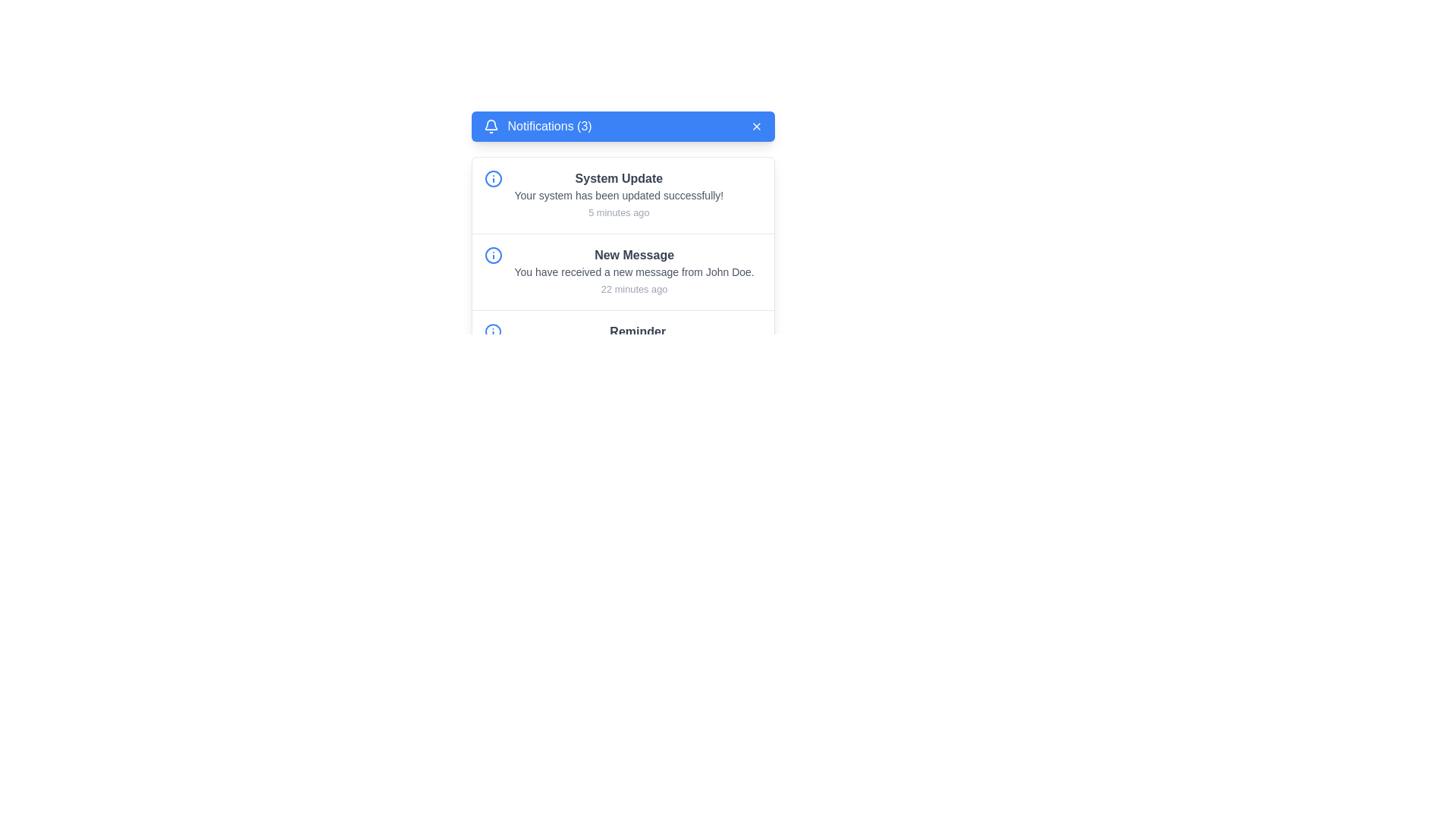 The height and width of the screenshot is (819, 1456). What do you see at coordinates (634, 289) in the screenshot?
I see `the text label displaying '22 minutes ago', which is styled in light gray and provides a timestamp within the 'New Message' notification card` at bounding box center [634, 289].